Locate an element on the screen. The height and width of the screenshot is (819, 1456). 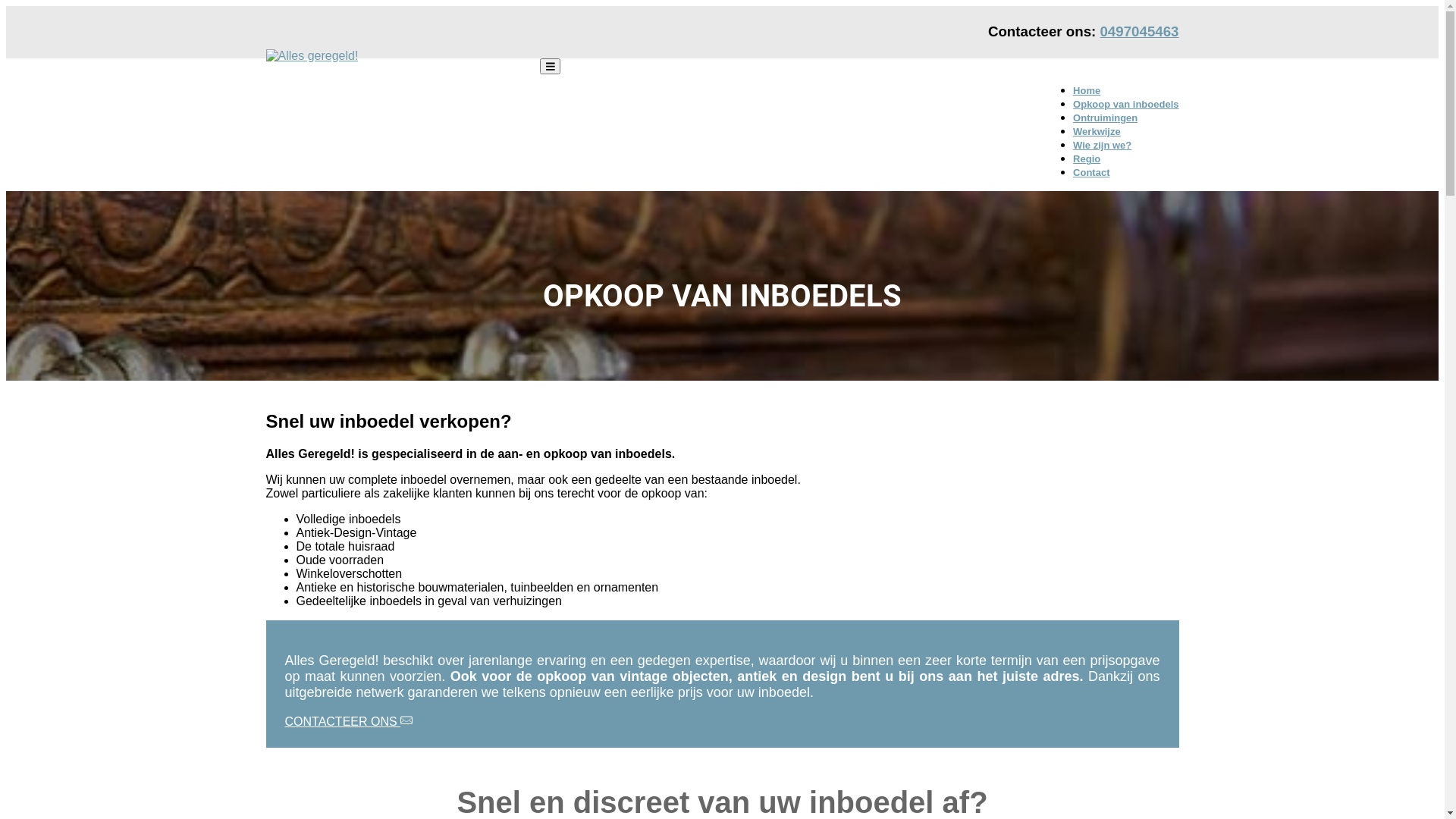
'CONTACTEER ONS' is located at coordinates (348, 720).